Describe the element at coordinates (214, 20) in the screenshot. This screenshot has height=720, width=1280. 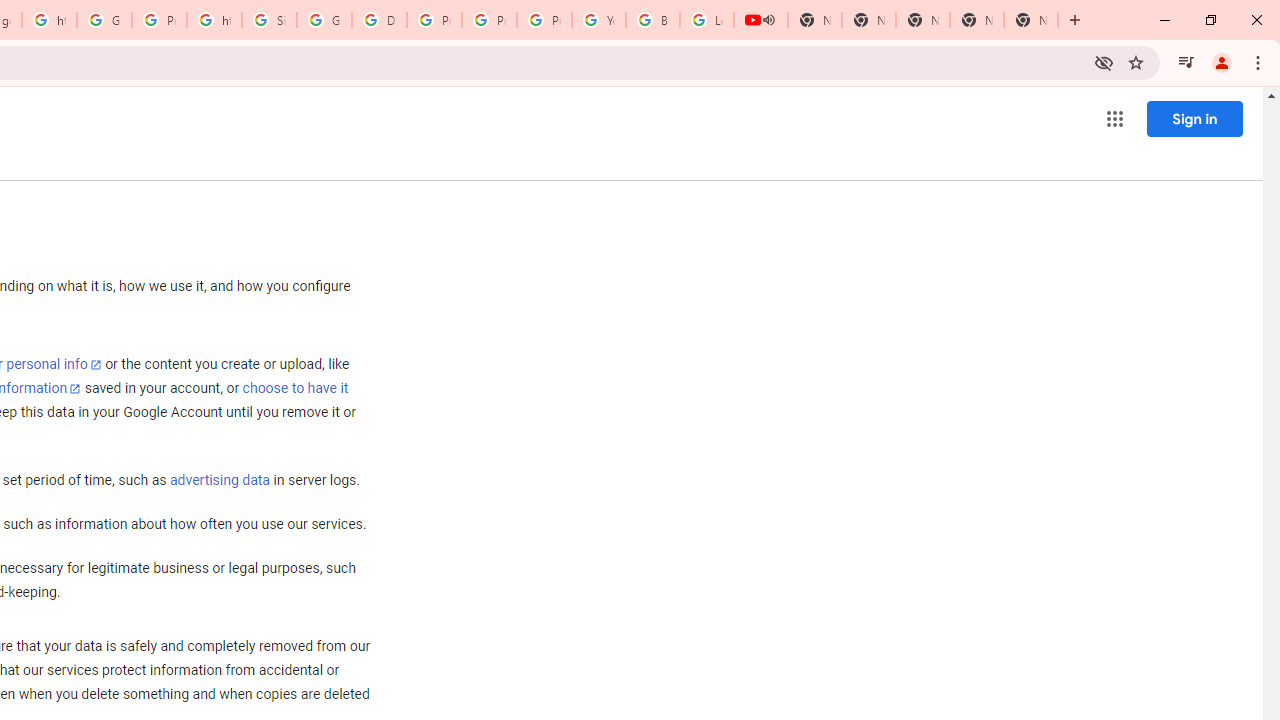
I see `'https://scholar.google.com/'` at that location.